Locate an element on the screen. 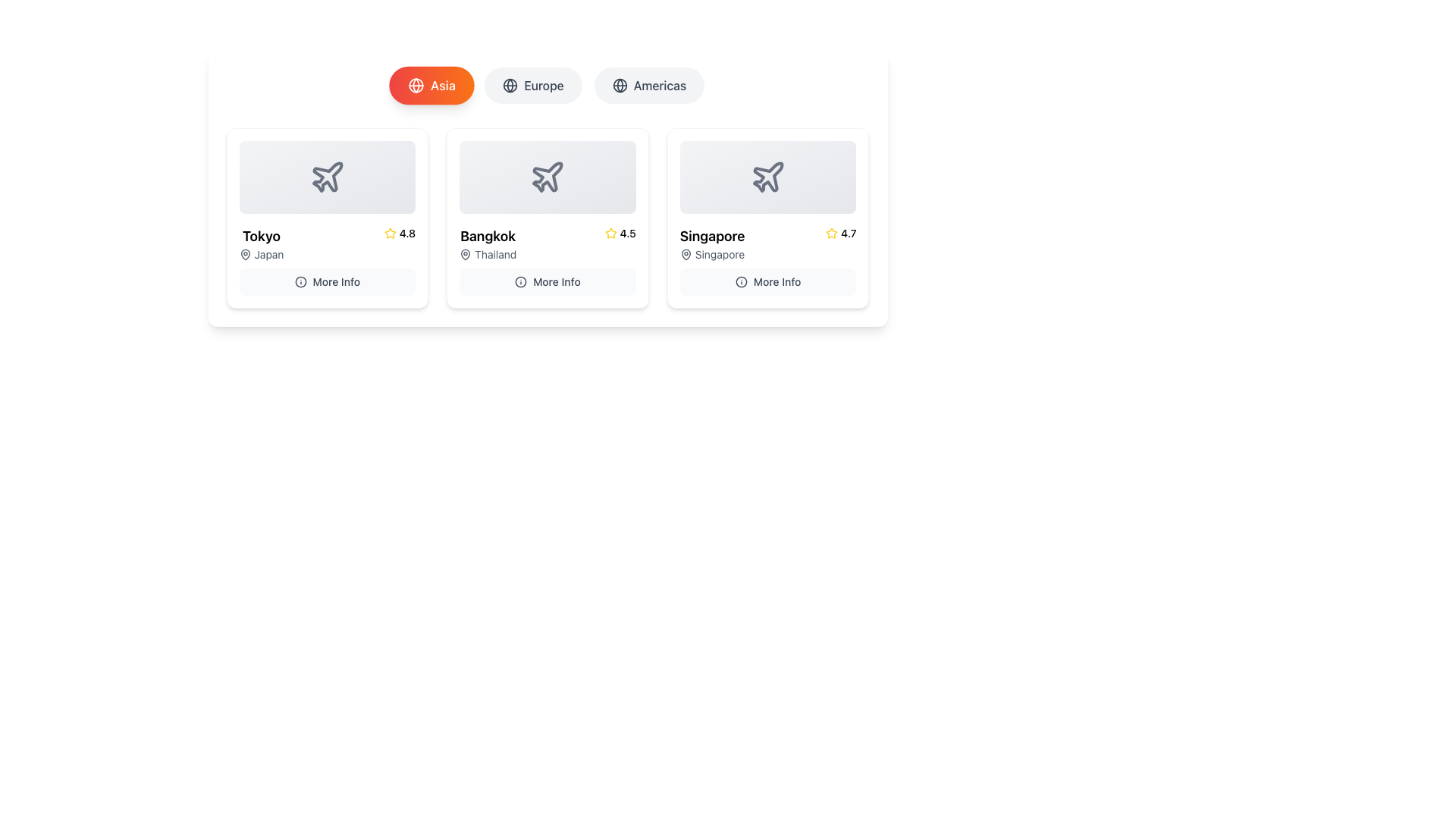 Image resolution: width=1456 pixels, height=819 pixels. the 'More Info' button on the Informational card displaying 'Bangkok', which is the second card in a list of three cards is located at coordinates (547, 218).